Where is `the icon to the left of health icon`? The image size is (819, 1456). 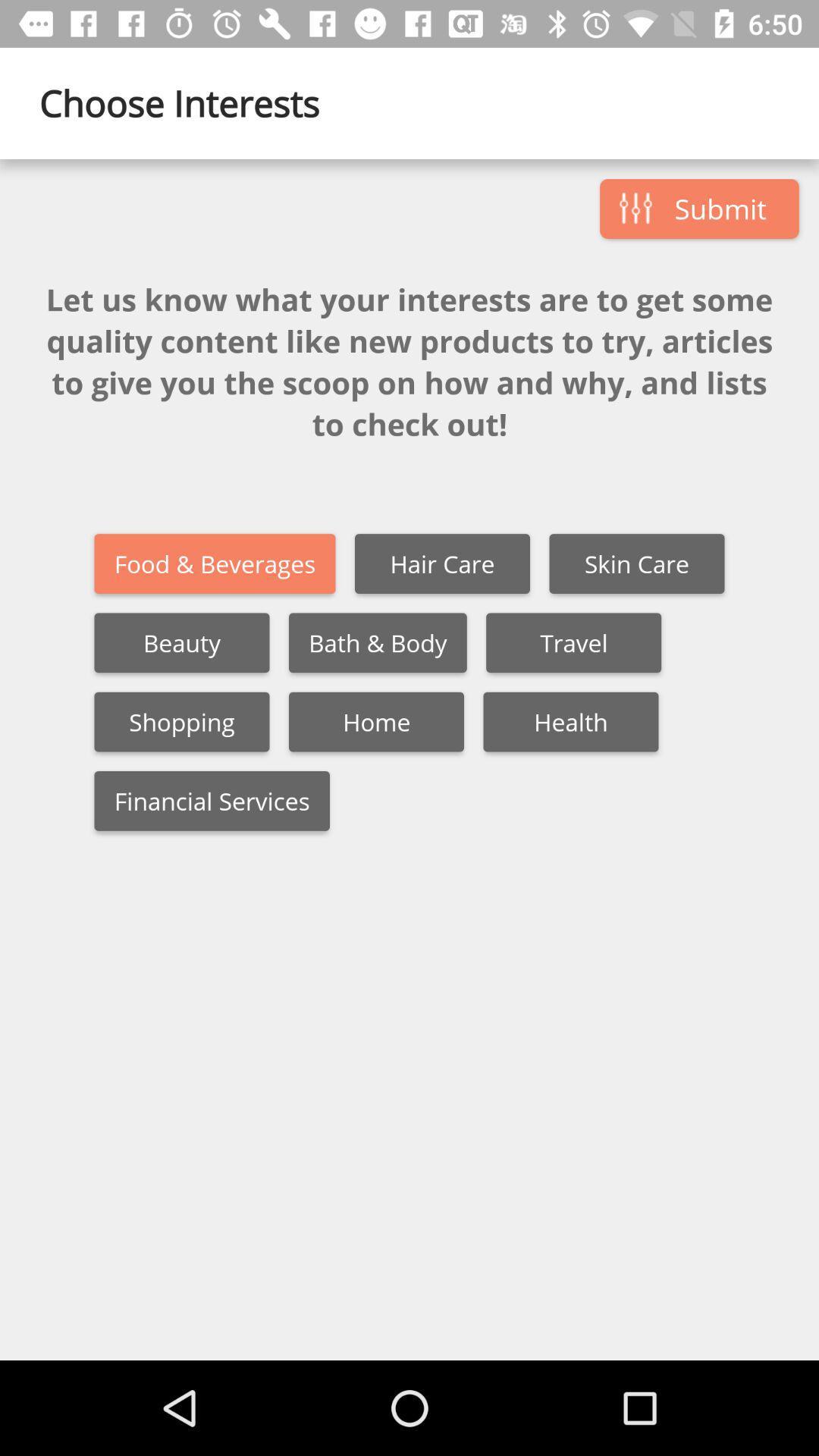
the icon to the left of health icon is located at coordinates (375, 721).